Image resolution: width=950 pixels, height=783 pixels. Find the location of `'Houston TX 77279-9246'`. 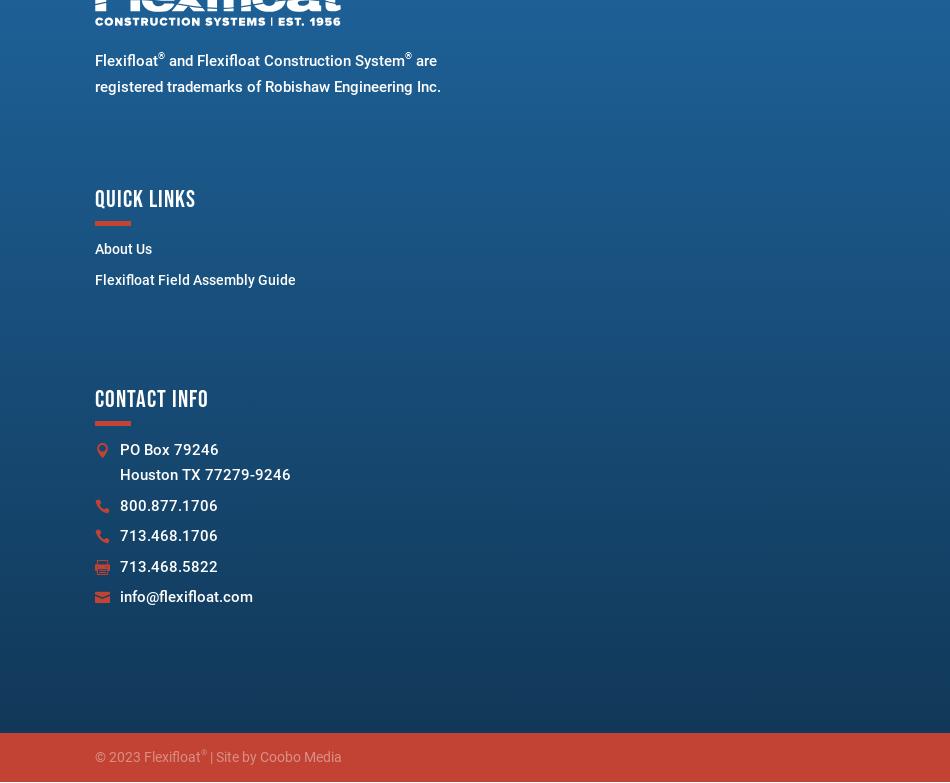

'Houston TX 77279-9246' is located at coordinates (205, 473).